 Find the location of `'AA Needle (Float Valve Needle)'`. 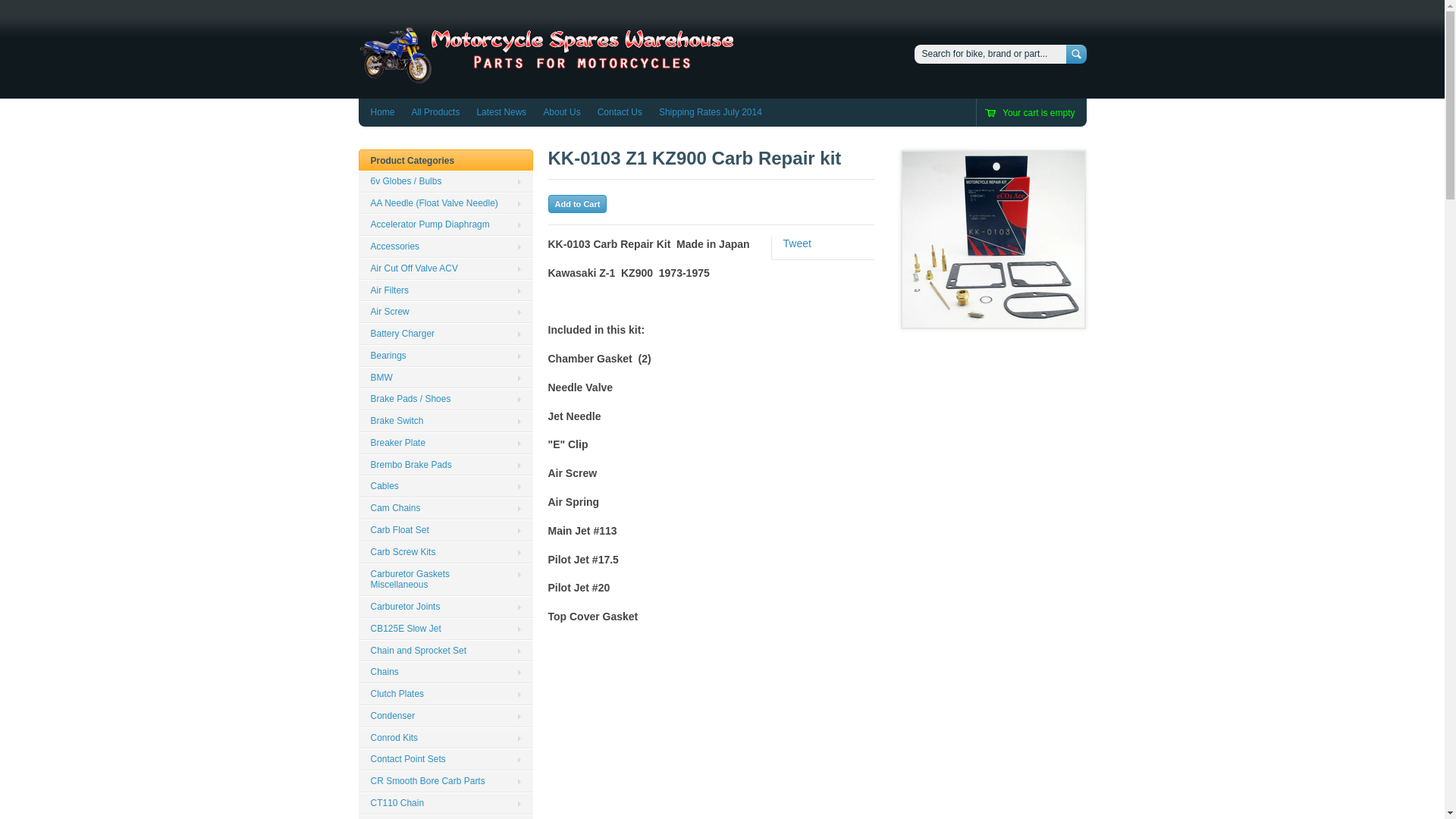

'AA Needle (Float Valve Needle)' is located at coordinates (444, 202).